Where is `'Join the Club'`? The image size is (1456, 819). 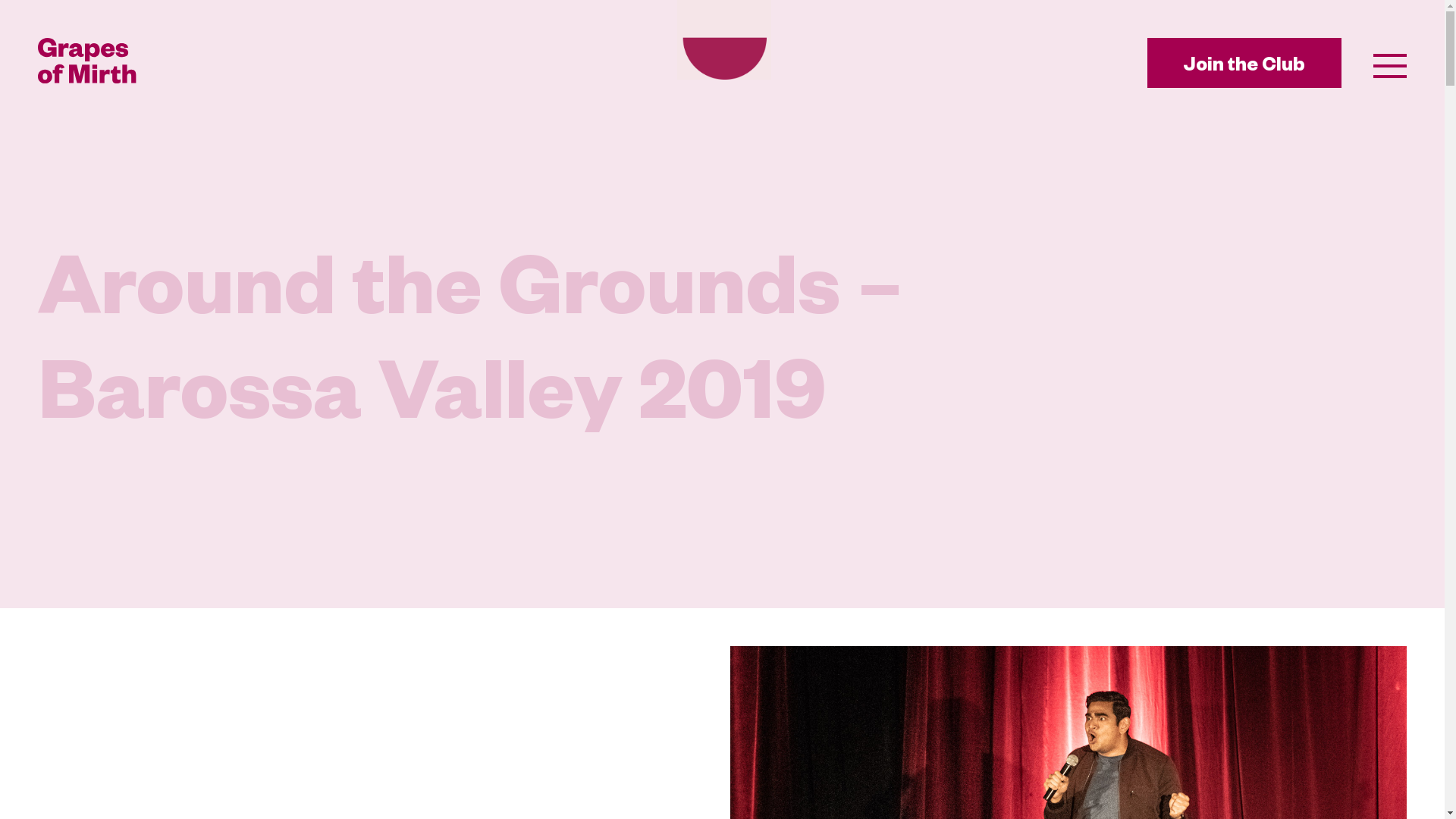 'Join the Club' is located at coordinates (1244, 62).